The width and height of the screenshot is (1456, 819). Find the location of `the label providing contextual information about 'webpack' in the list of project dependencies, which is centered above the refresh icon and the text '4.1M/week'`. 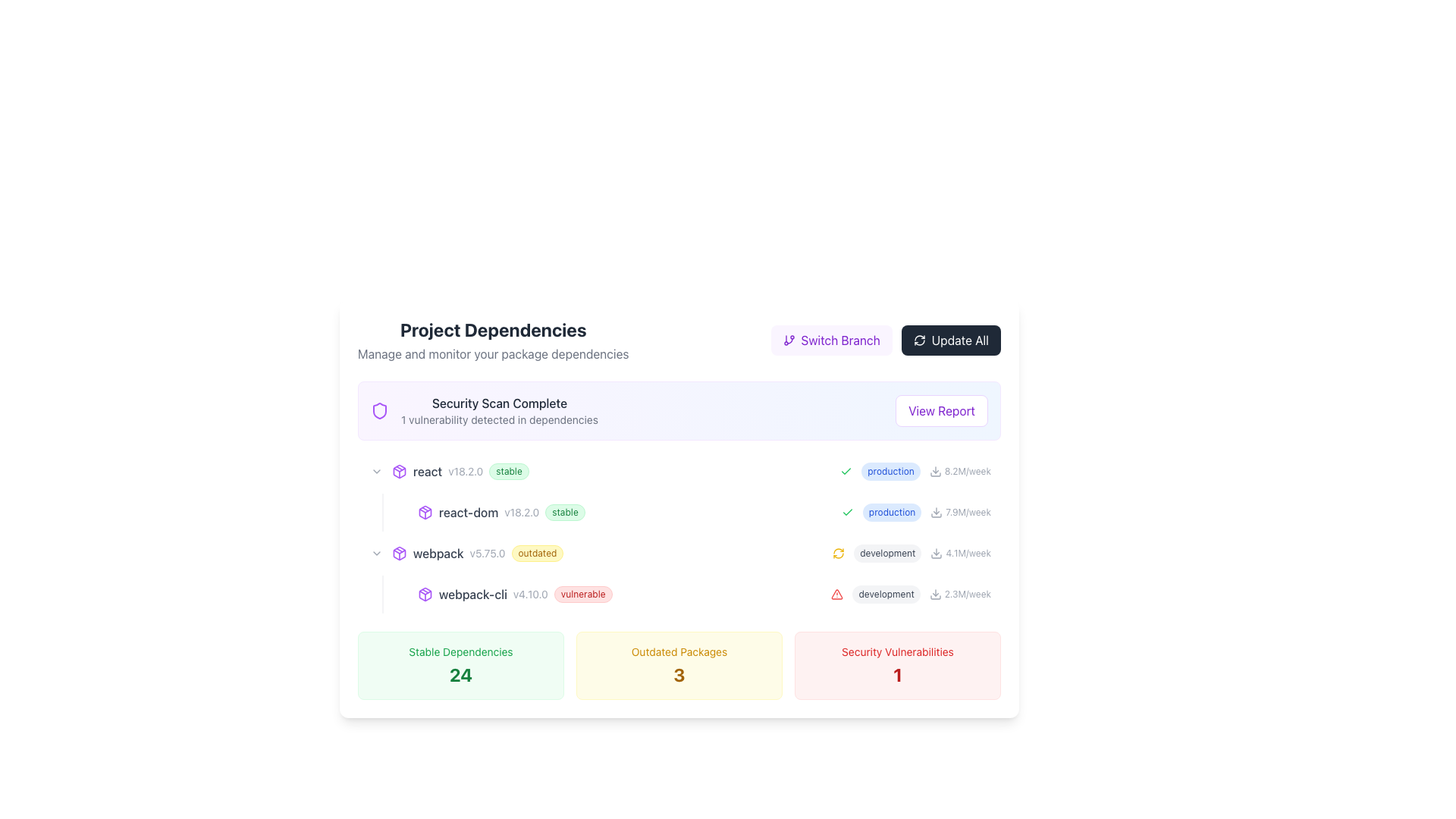

the label providing contextual information about 'webpack' in the list of project dependencies, which is centered above the refresh icon and the text '4.1M/week' is located at coordinates (887, 553).